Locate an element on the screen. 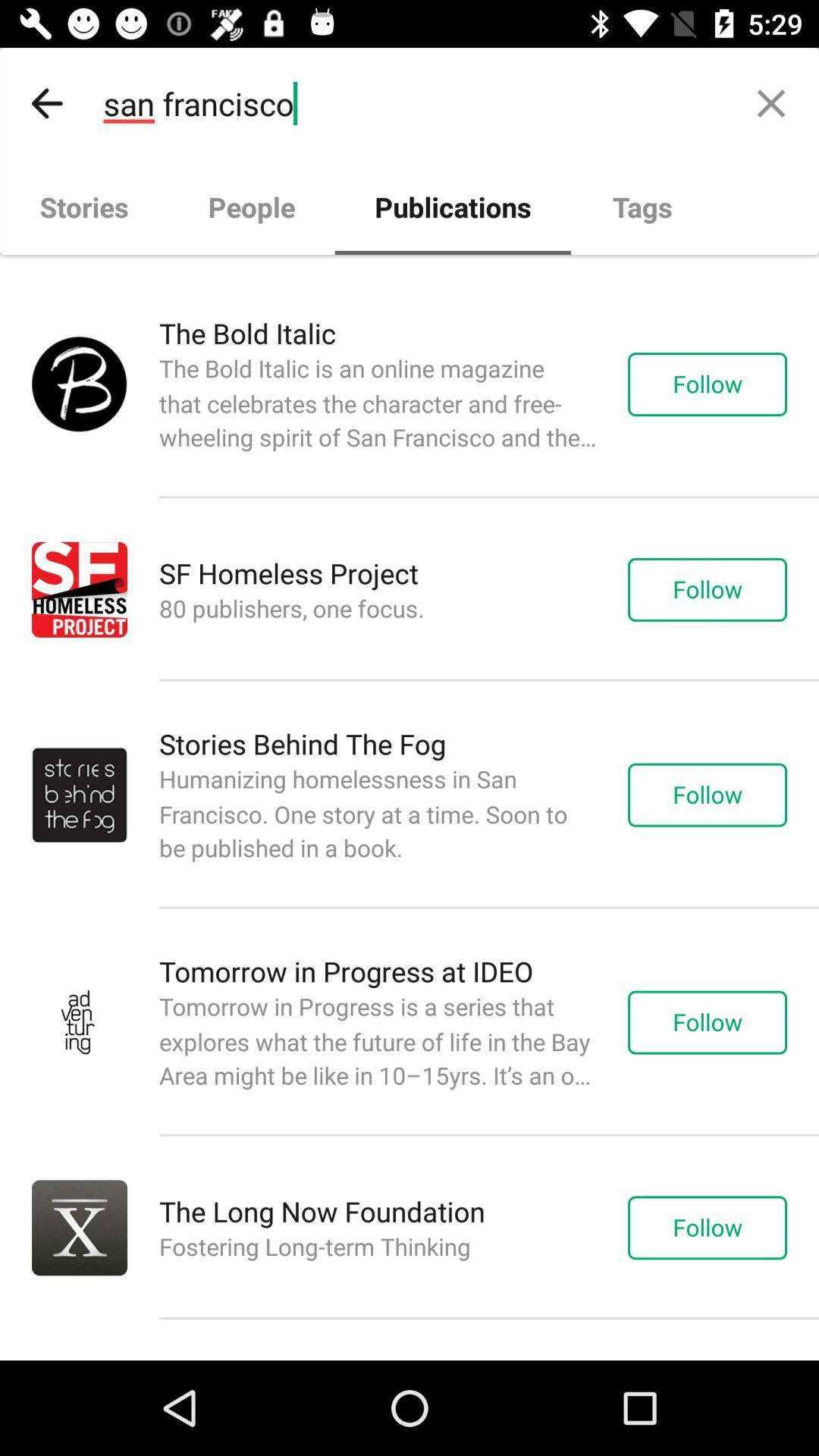 This screenshot has width=819, height=1456. item next to the san francisco item is located at coordinates (46, 102).